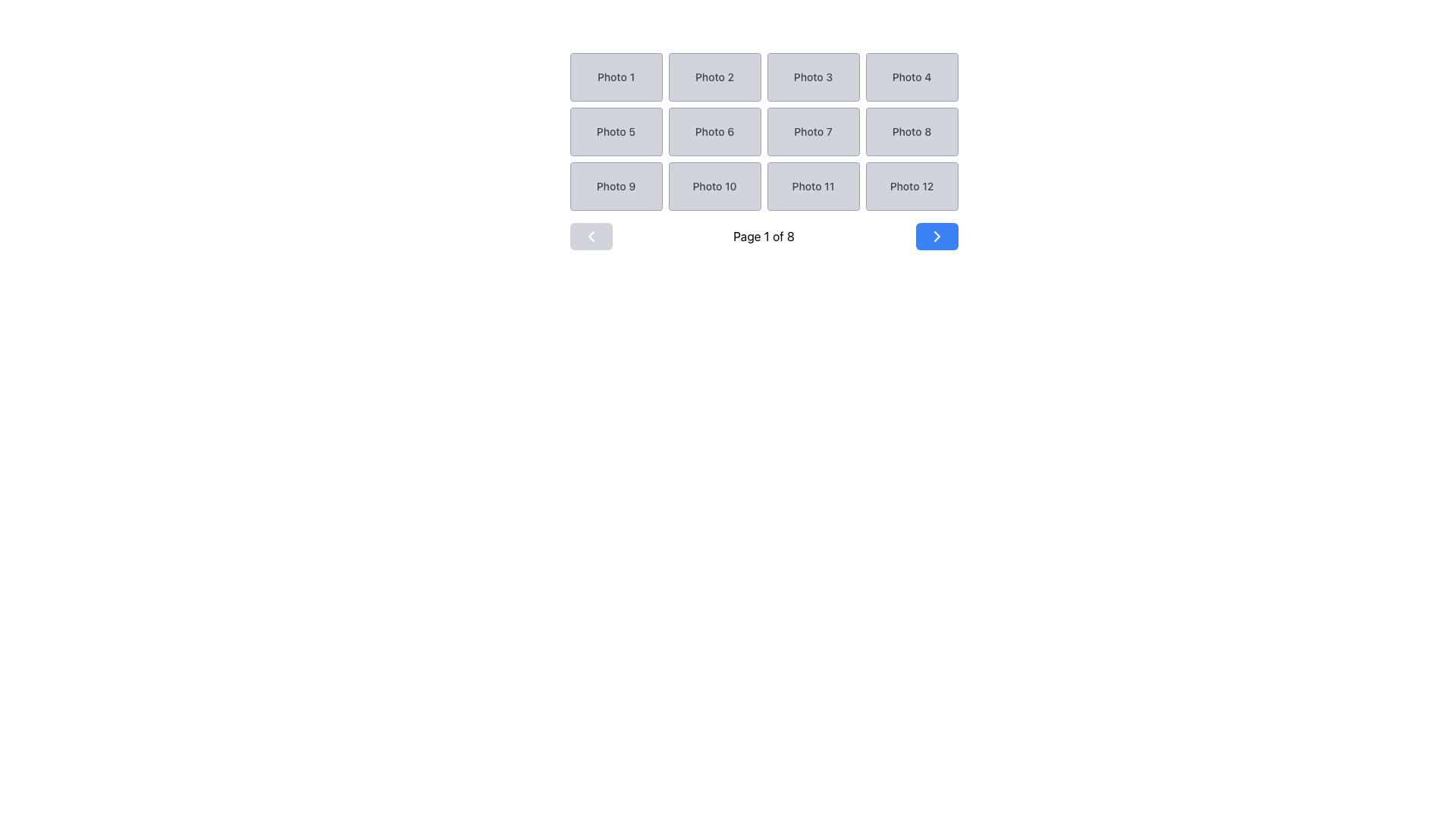 This screenshot has width=1456, height=819. What do you see at coordinates (911, 130) in the screenshot?
I see `the rectangular button labeled 'Photo 8' with a gray background, located in the second row and fourth column of the grid, below 'Photo 4' and to the right of 'Photo 7'` at bounding box center [911, 130].